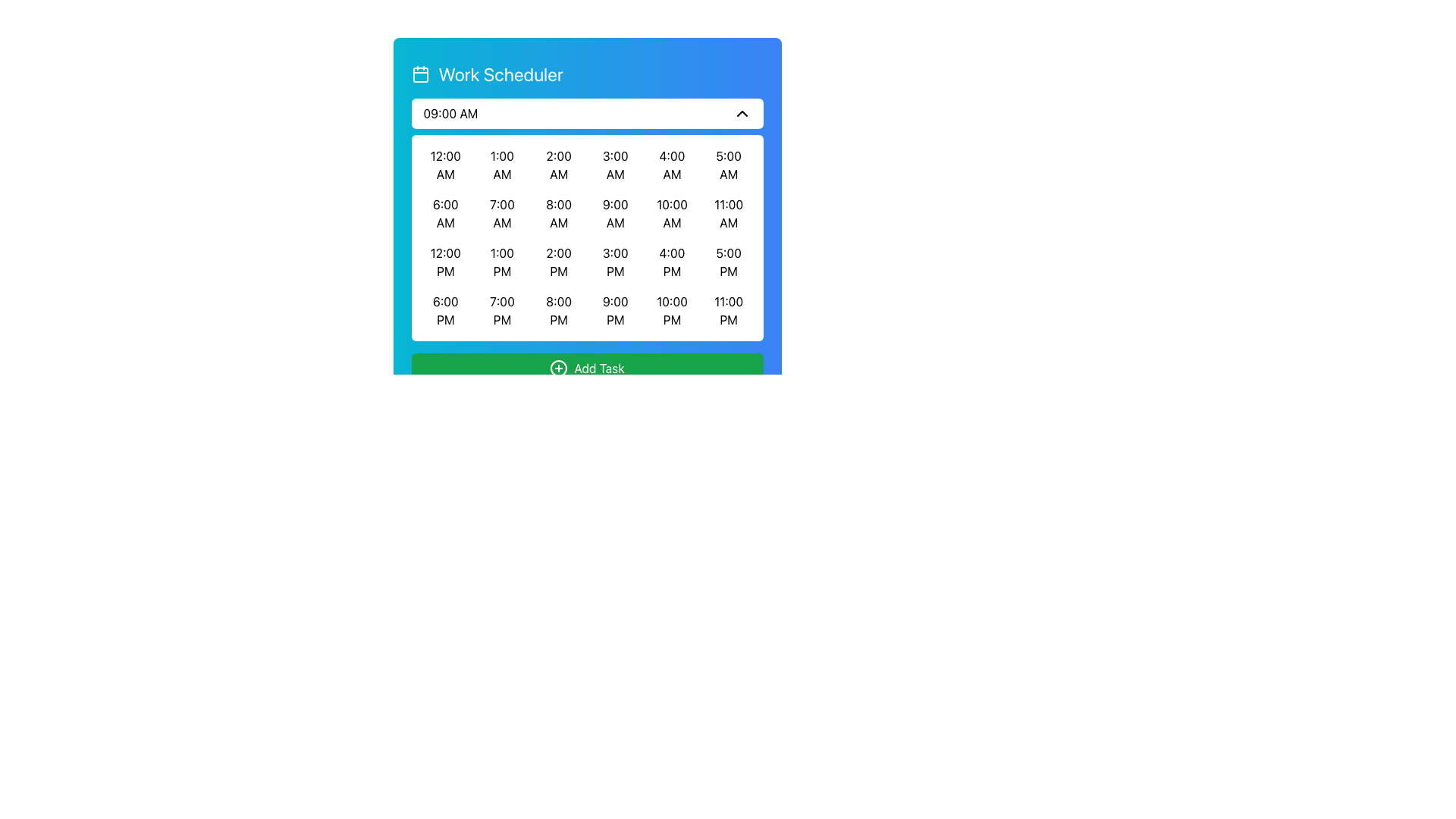  What do you see at coordinates (729, 309) in the screenshot?
I see `the selectable time button labeled '11:00 PM' located at the end of the last row of time buttons in the scheduling interface` at bounding box center [729, 309].